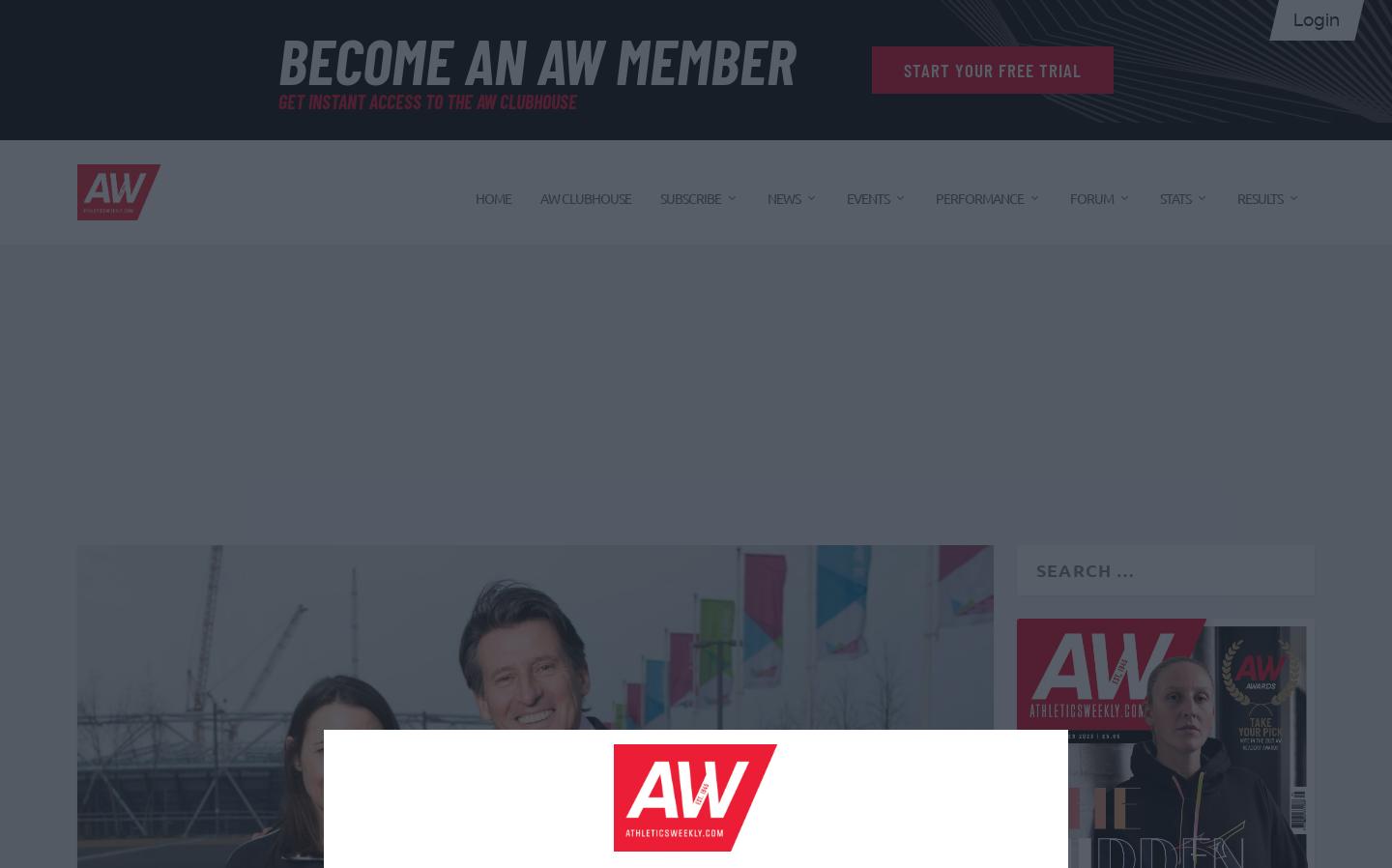 The width and height of the screenshot is (1392, 868). Describe the element at coordinates (776, 711) in the screenshot. I see `'Podcasts'` at that location.